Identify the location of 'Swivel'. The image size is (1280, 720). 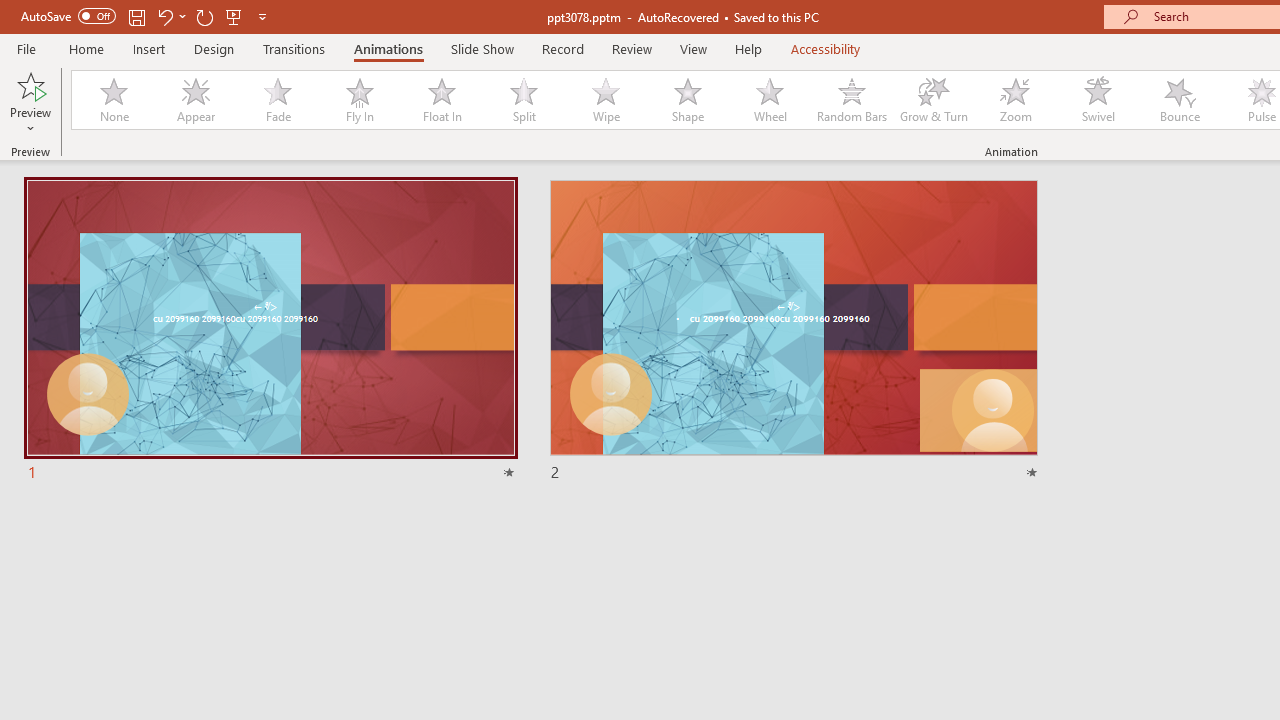
(1097, 100).